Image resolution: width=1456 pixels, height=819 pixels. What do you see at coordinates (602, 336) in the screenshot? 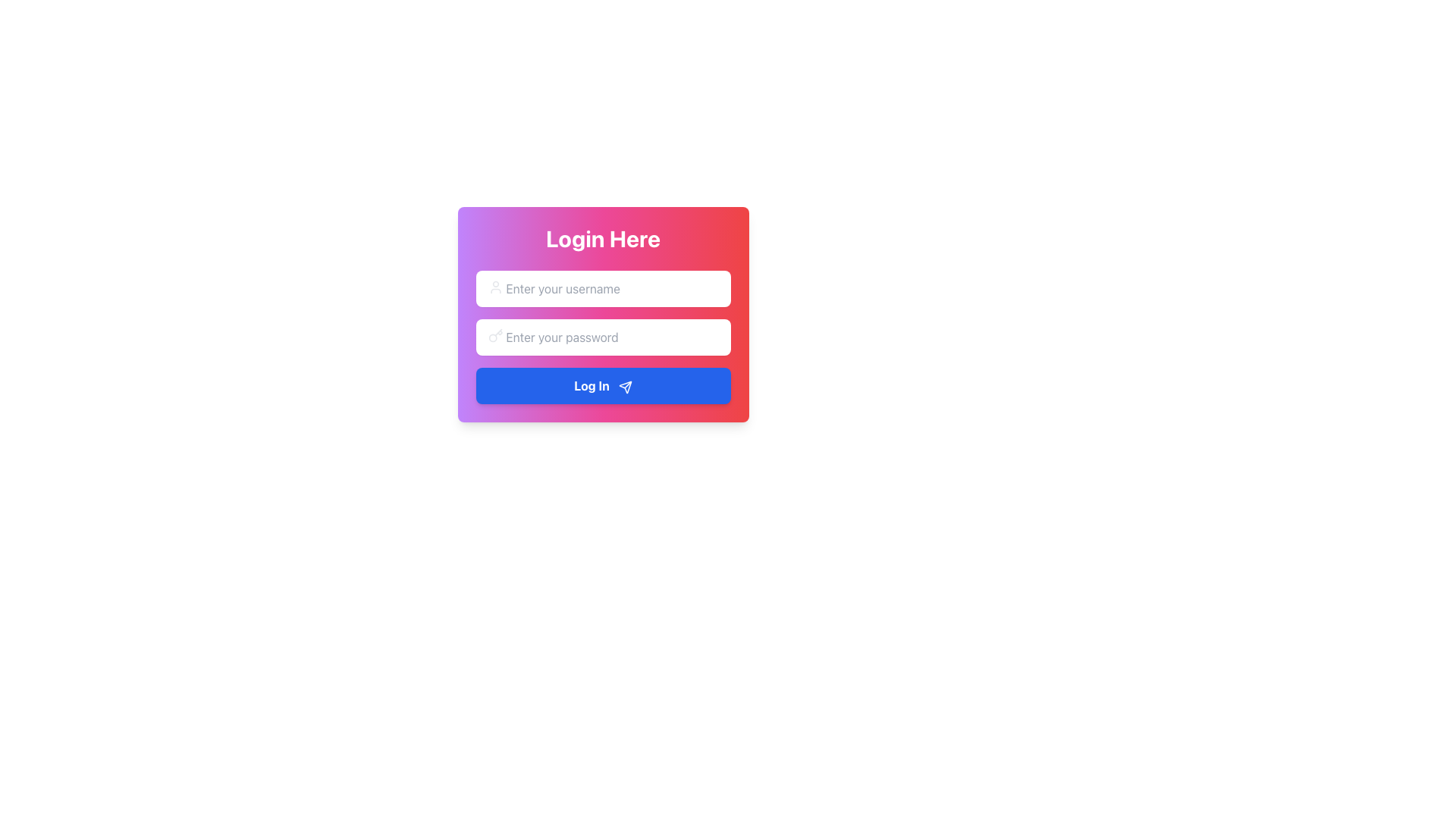
I see `the password input field located below the username input field in the 'Login Here' section to focus on it` at bounding box center [602, 336].